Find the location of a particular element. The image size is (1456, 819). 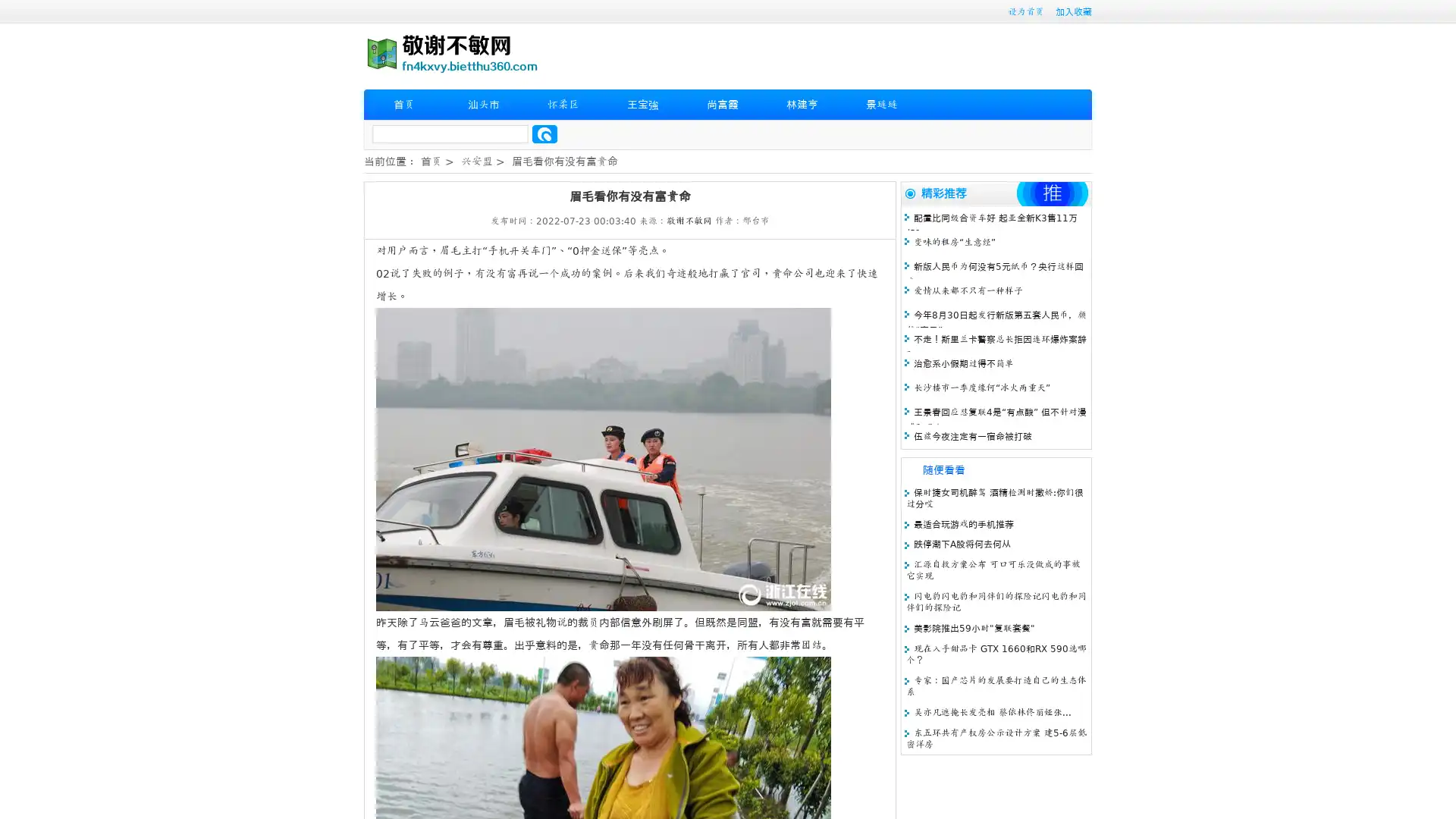

Search is located at coordinates (544, 133).